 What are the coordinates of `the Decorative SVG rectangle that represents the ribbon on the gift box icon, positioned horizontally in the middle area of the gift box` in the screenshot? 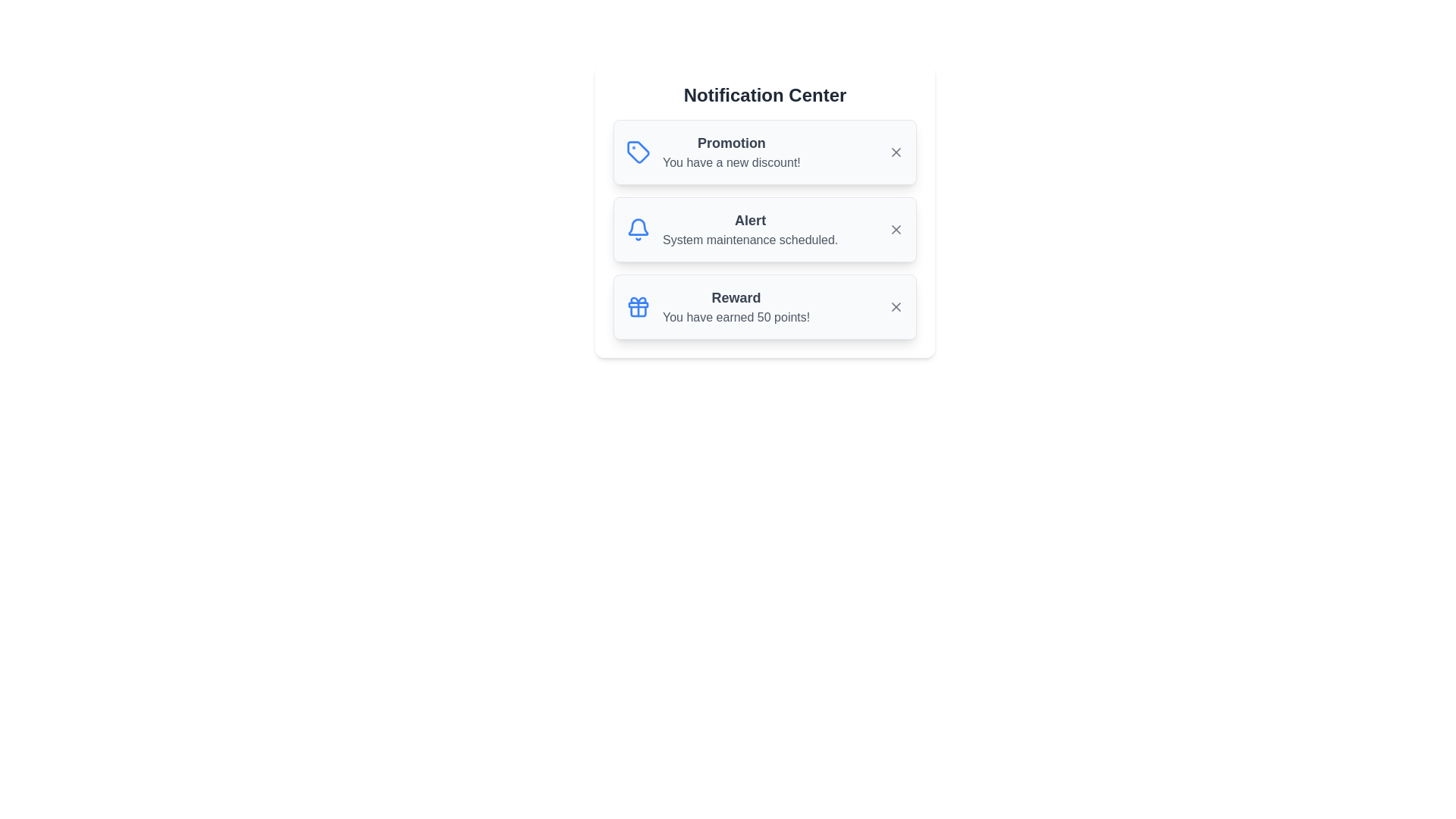 It's located at (638, 304).